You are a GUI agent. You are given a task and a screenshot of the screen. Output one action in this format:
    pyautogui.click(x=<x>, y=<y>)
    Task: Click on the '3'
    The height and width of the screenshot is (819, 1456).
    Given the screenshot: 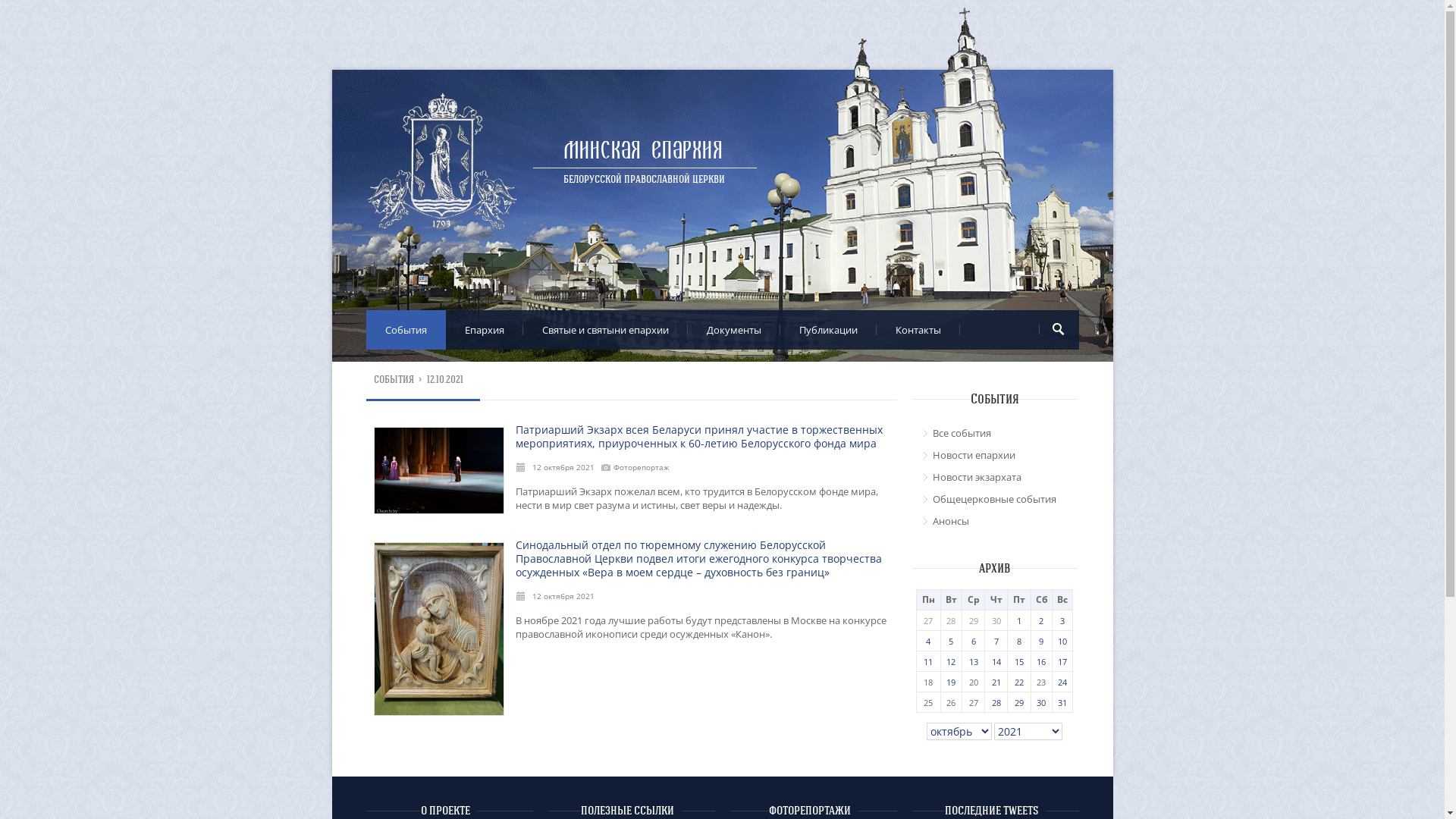 What is the action you would take?
    pyautogui.click(x=1062, y=620)
    